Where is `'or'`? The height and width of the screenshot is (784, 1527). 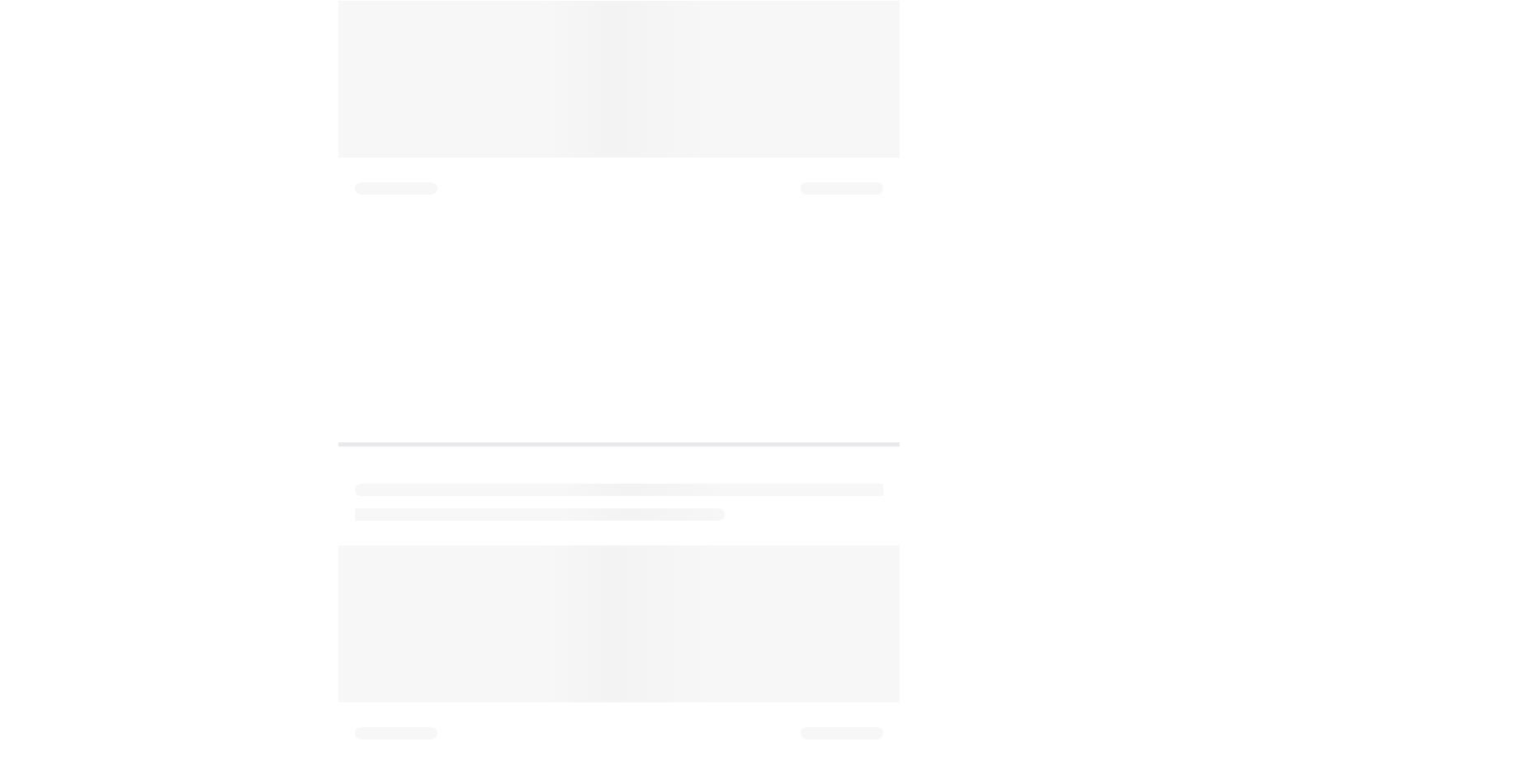
'or' is located at coordinates (671, 325).